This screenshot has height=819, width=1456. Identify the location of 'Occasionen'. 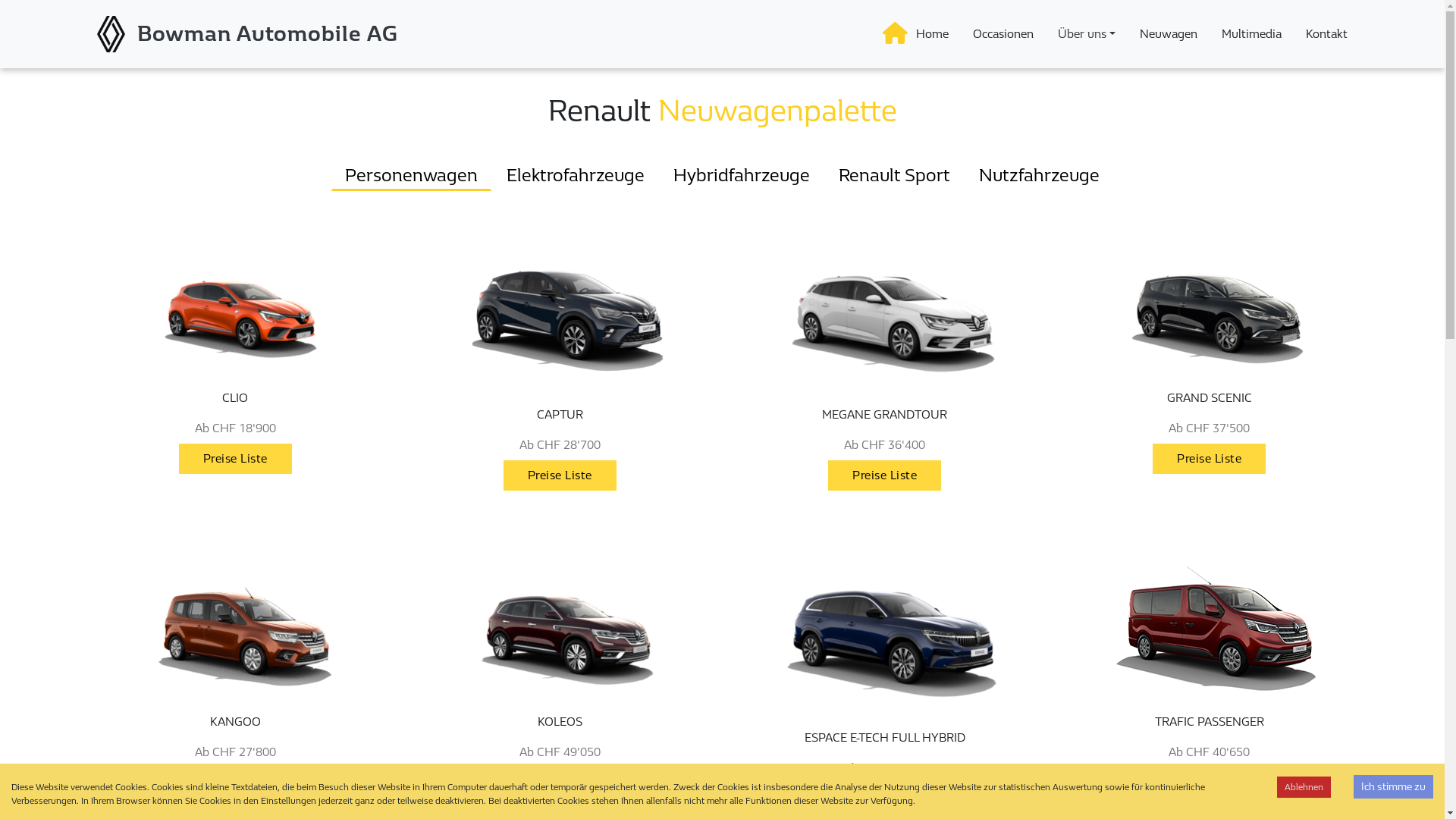
(1003, 34).